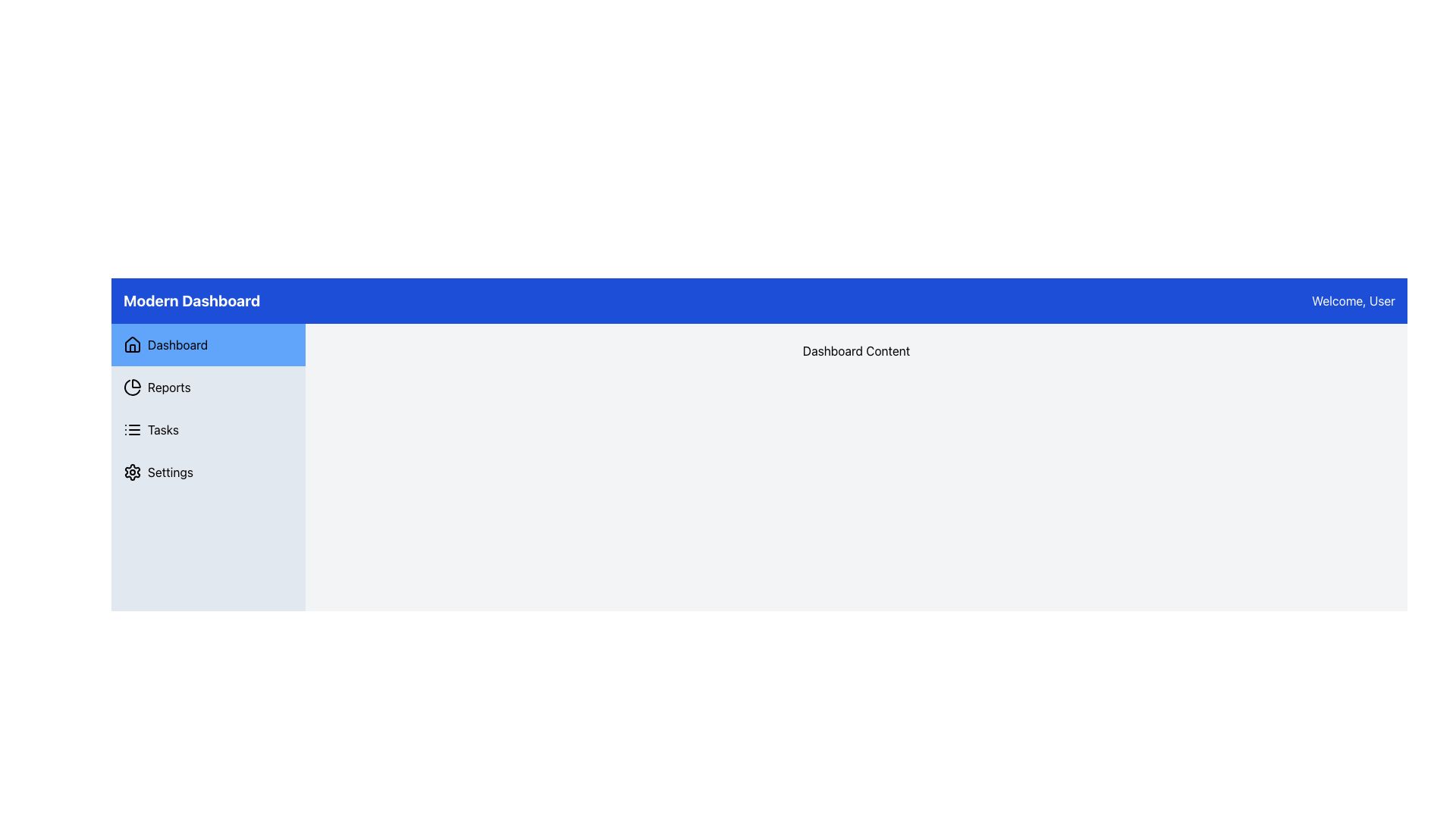 The width and height of the screenshot is (1456, 819). I want to click on the 'Settings' text label located at the bottom of the navigation sidebar, which is the fourth item in the vertical sequence, so click(171, 472).